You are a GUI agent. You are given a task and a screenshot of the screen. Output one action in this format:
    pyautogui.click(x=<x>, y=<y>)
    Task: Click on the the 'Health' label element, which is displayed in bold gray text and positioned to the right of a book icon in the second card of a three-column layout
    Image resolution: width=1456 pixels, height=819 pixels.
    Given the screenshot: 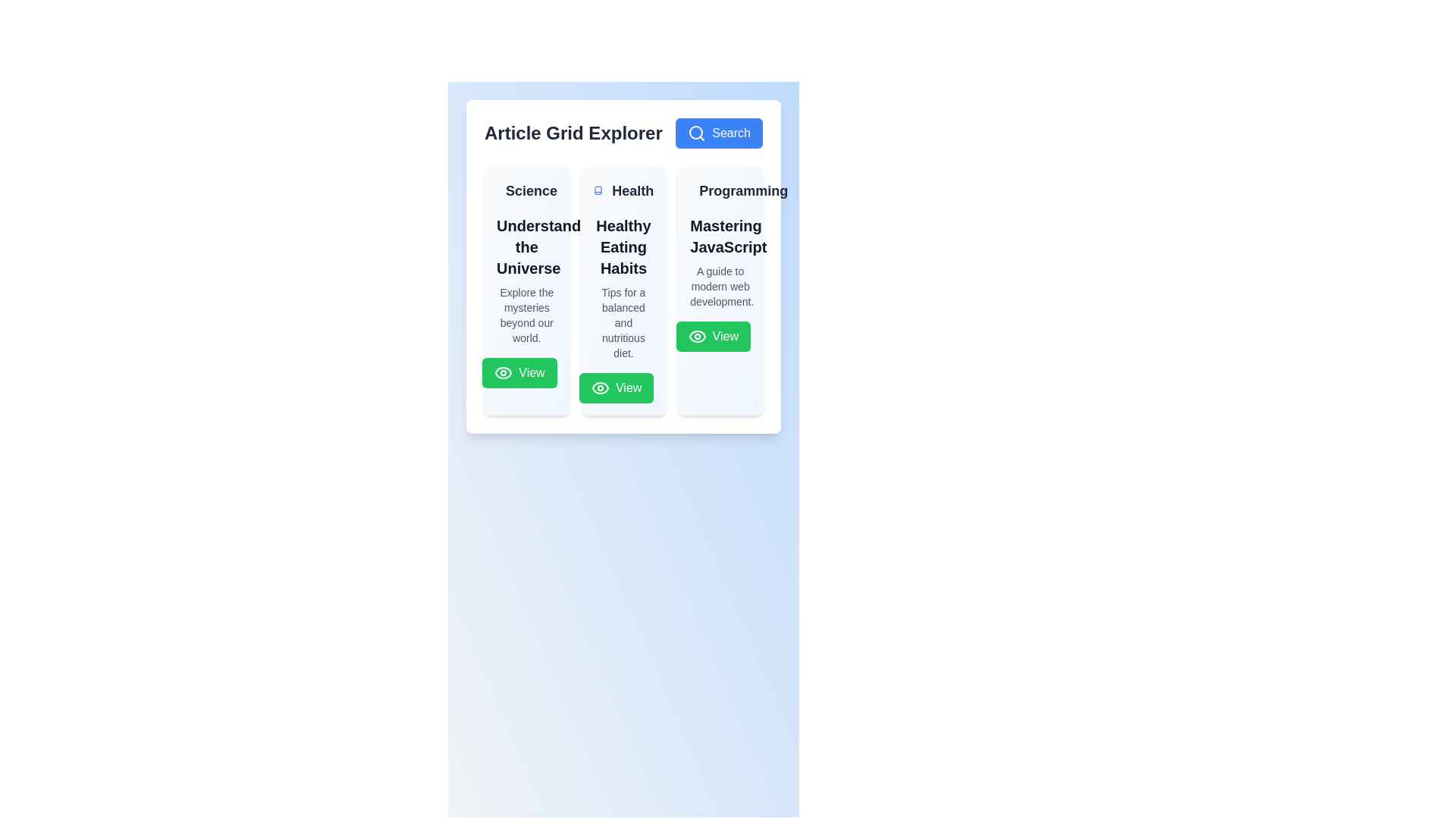 What is the action you would take?
    pyautogui.click(x=632, y=190)
    